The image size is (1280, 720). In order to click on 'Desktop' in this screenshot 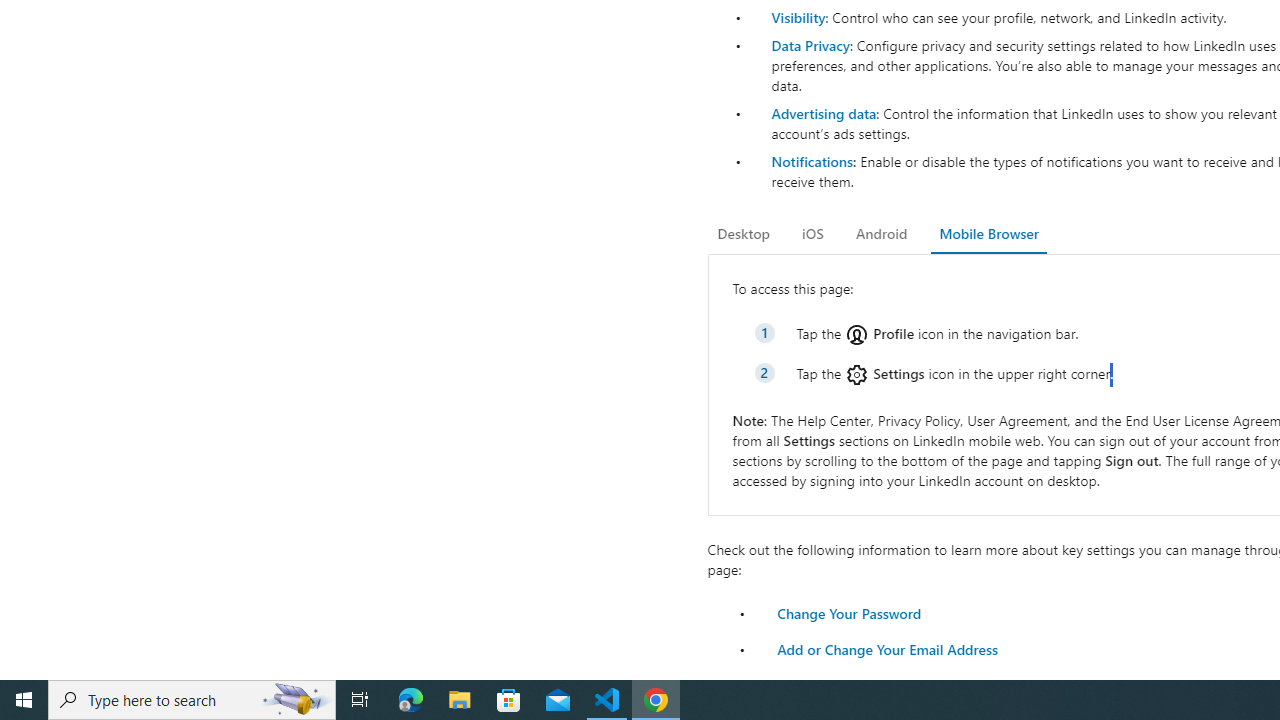, I will do `click(743, 233)`.